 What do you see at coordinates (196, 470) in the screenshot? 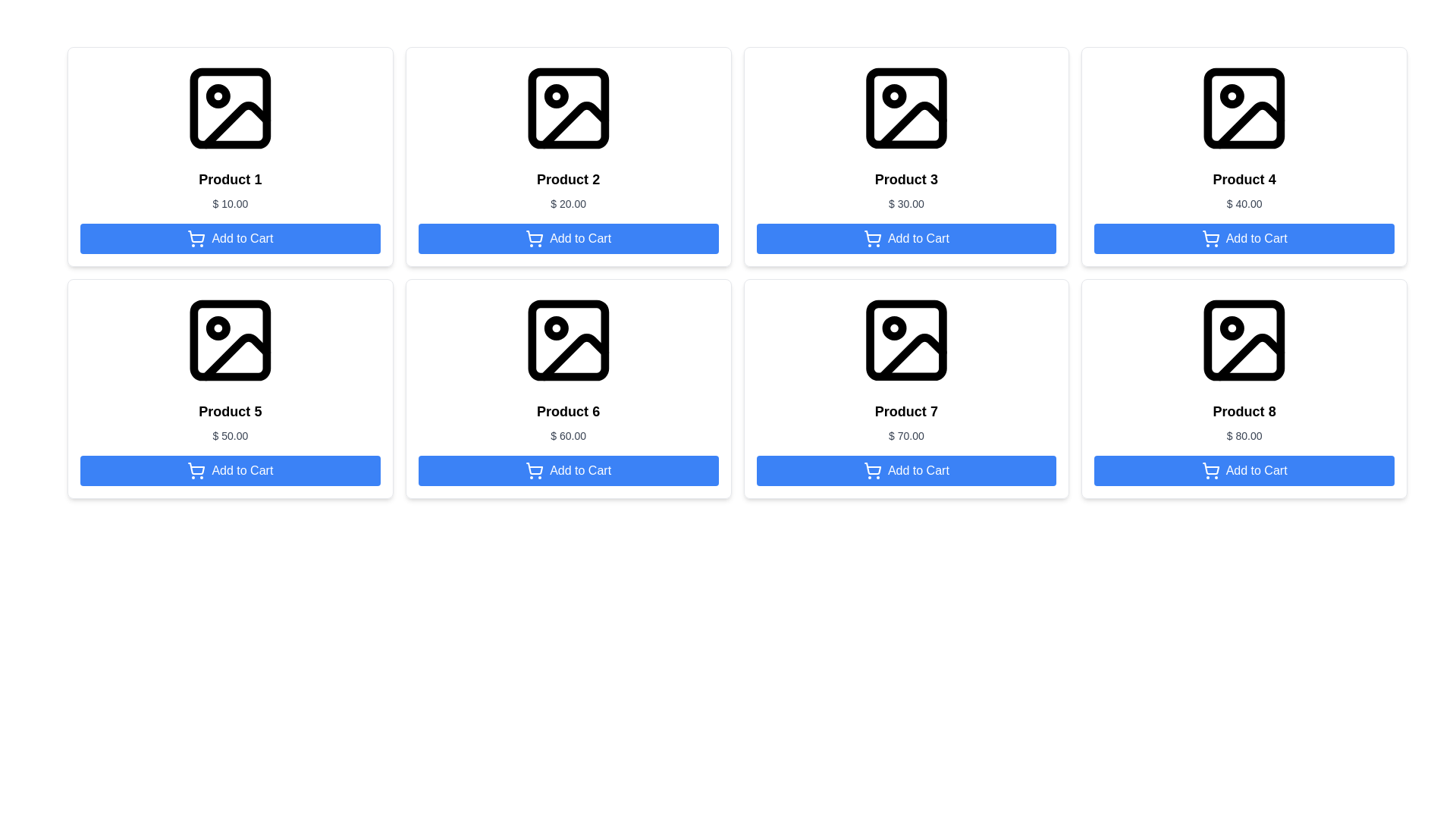
I see `the shopping cart icon located to the left of the 'Add to Cart' button below the 'Product 5' card in the second row and first column of the interface grid` at bounding box center [196, 470].